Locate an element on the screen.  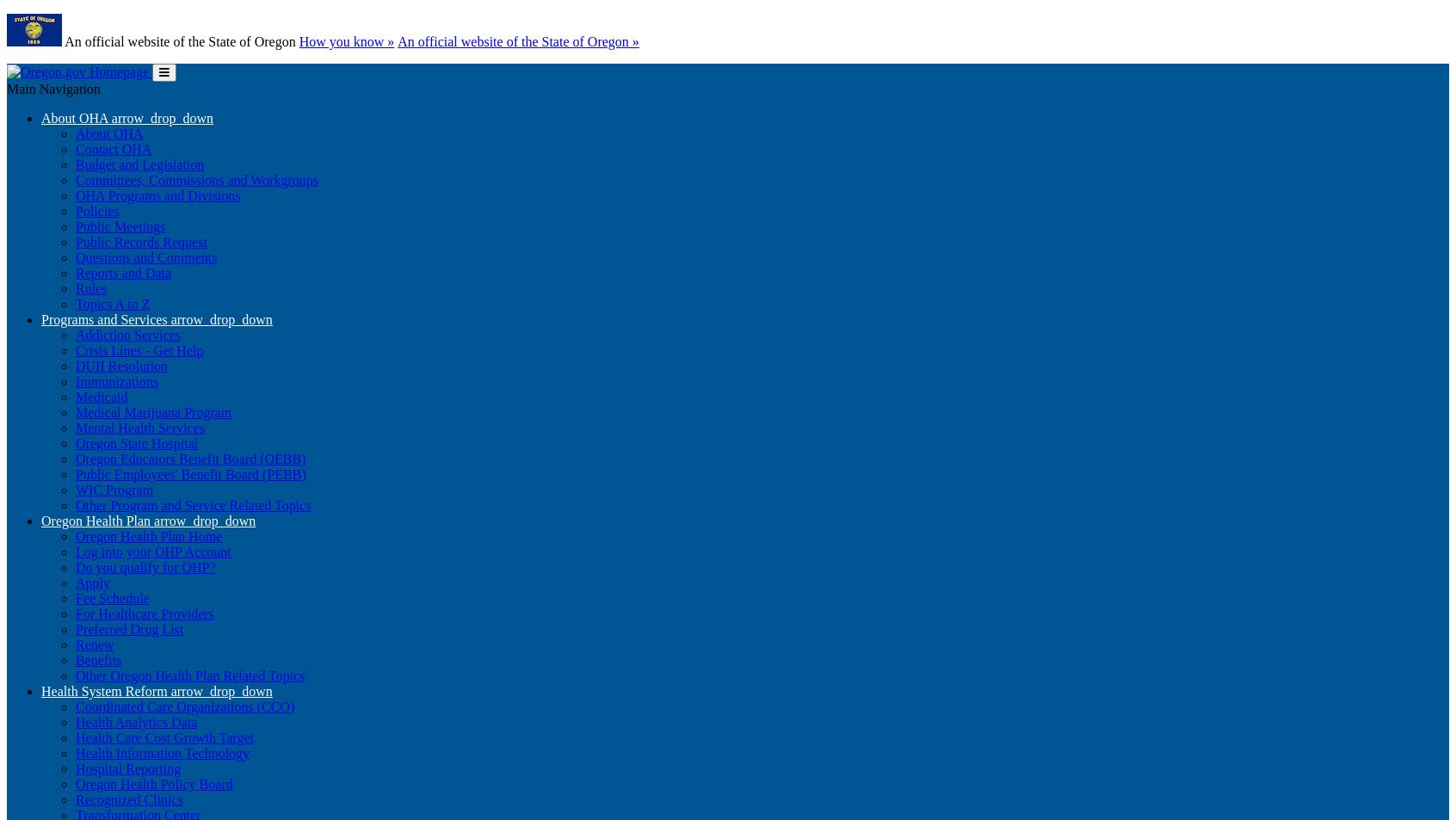
'Fee Schedule' is located at coordinates (75, 598).